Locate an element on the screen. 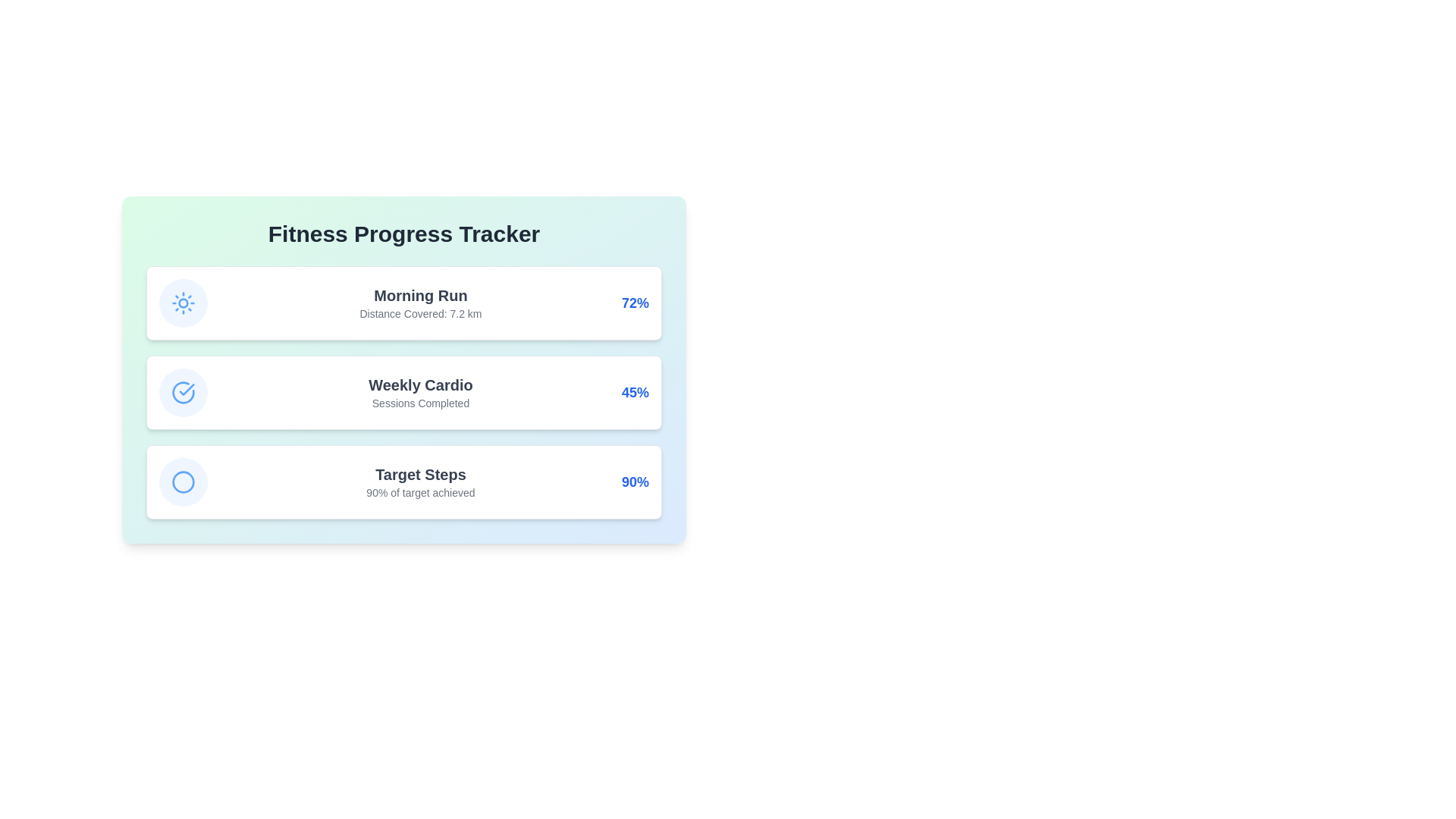  the filled circle icon at the center of the 'Morning Run' sun-like icon located at the upper left of the activity list is located at coordinates (182, 303).